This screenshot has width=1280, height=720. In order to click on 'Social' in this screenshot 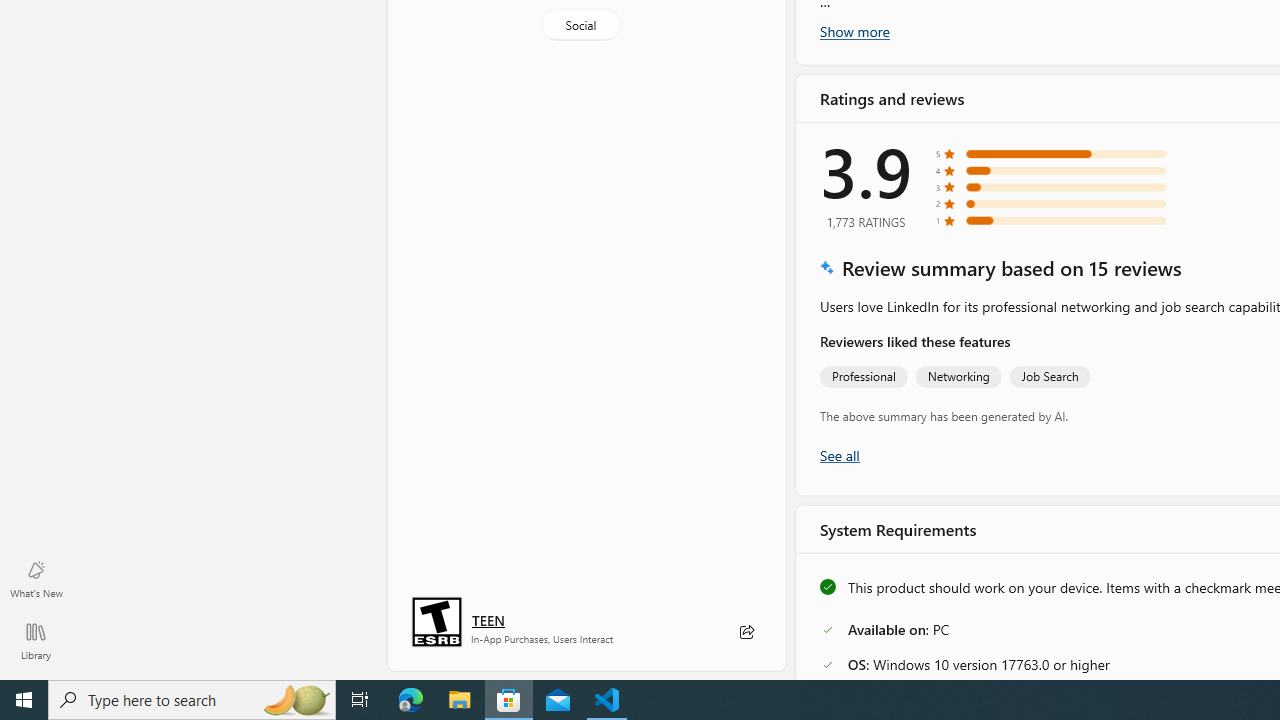, I will do `click(578, 24)`.